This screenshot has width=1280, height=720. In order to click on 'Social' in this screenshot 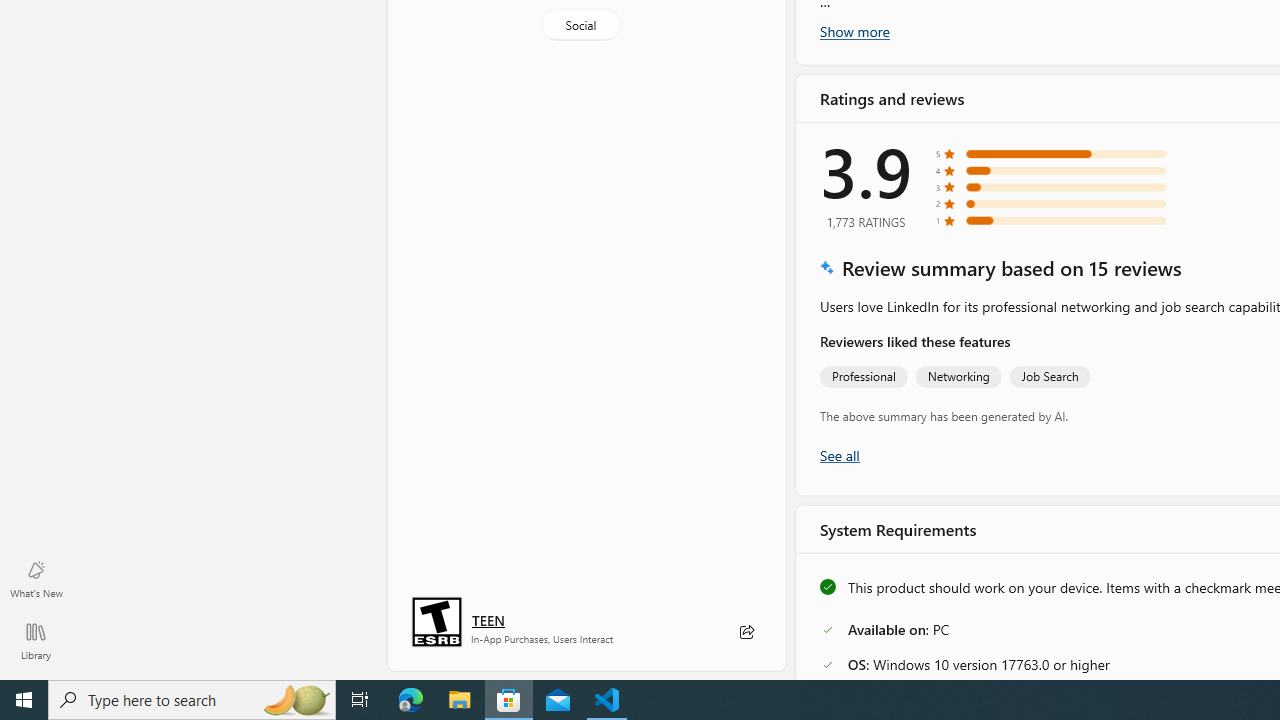, I will do `click(578, 24)`.